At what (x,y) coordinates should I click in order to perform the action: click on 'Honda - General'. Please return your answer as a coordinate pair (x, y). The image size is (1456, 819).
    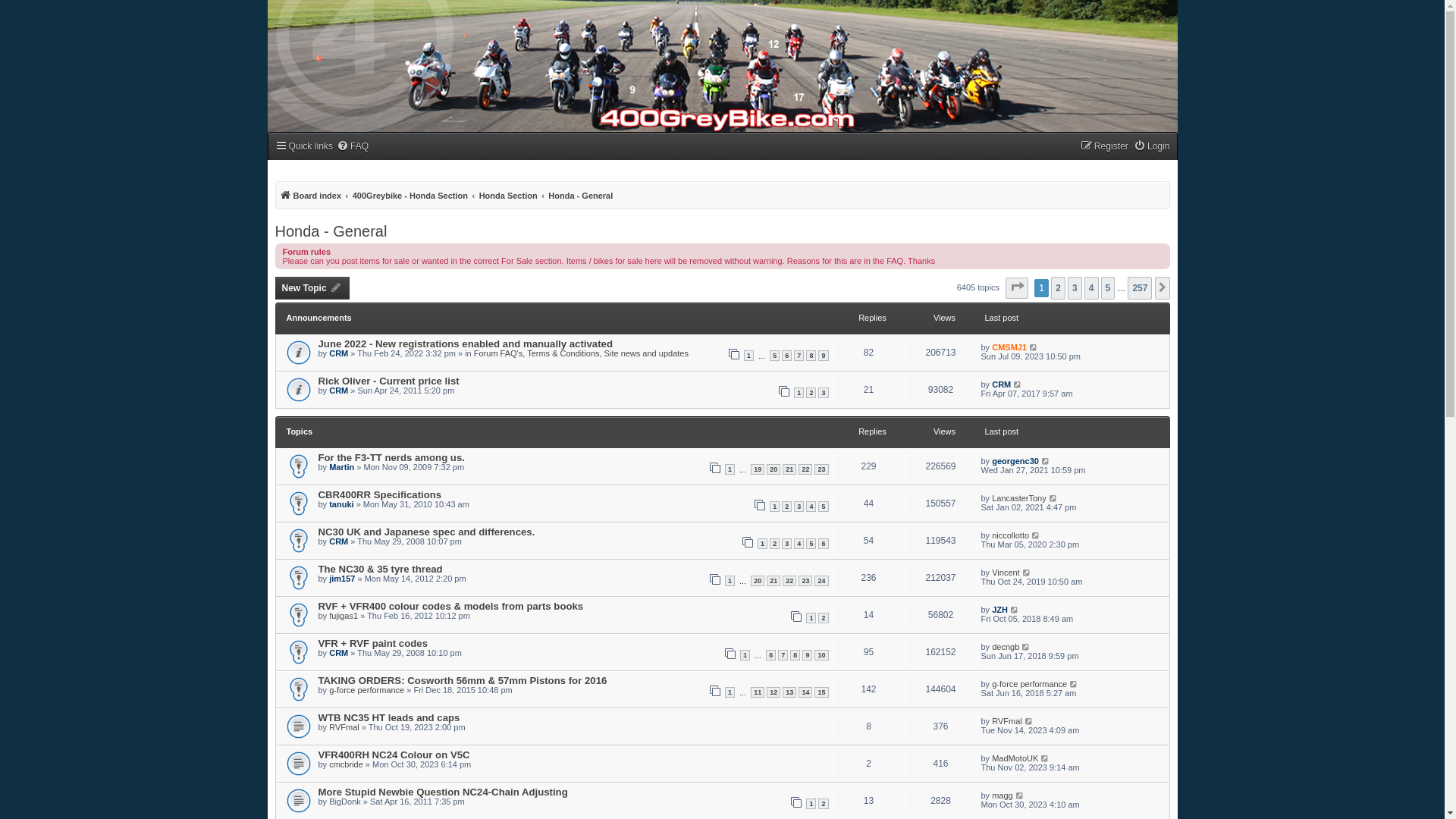
    Looking at the image, I should click on (548, 195).